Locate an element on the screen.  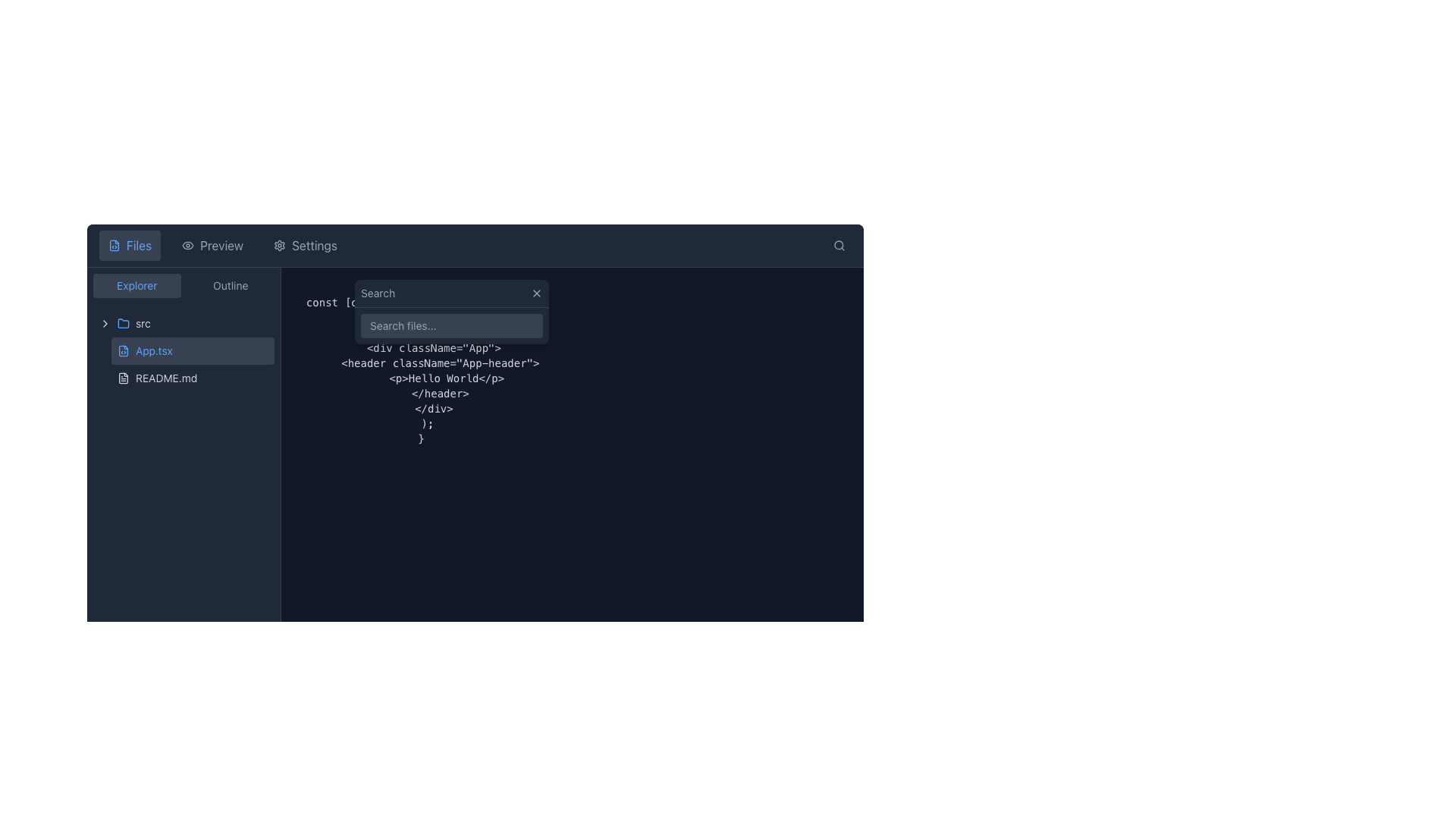
the text label for the file 'App.tsx' in the file explorer interface, located to the right of the file icon is located at coordinates (154, 350).